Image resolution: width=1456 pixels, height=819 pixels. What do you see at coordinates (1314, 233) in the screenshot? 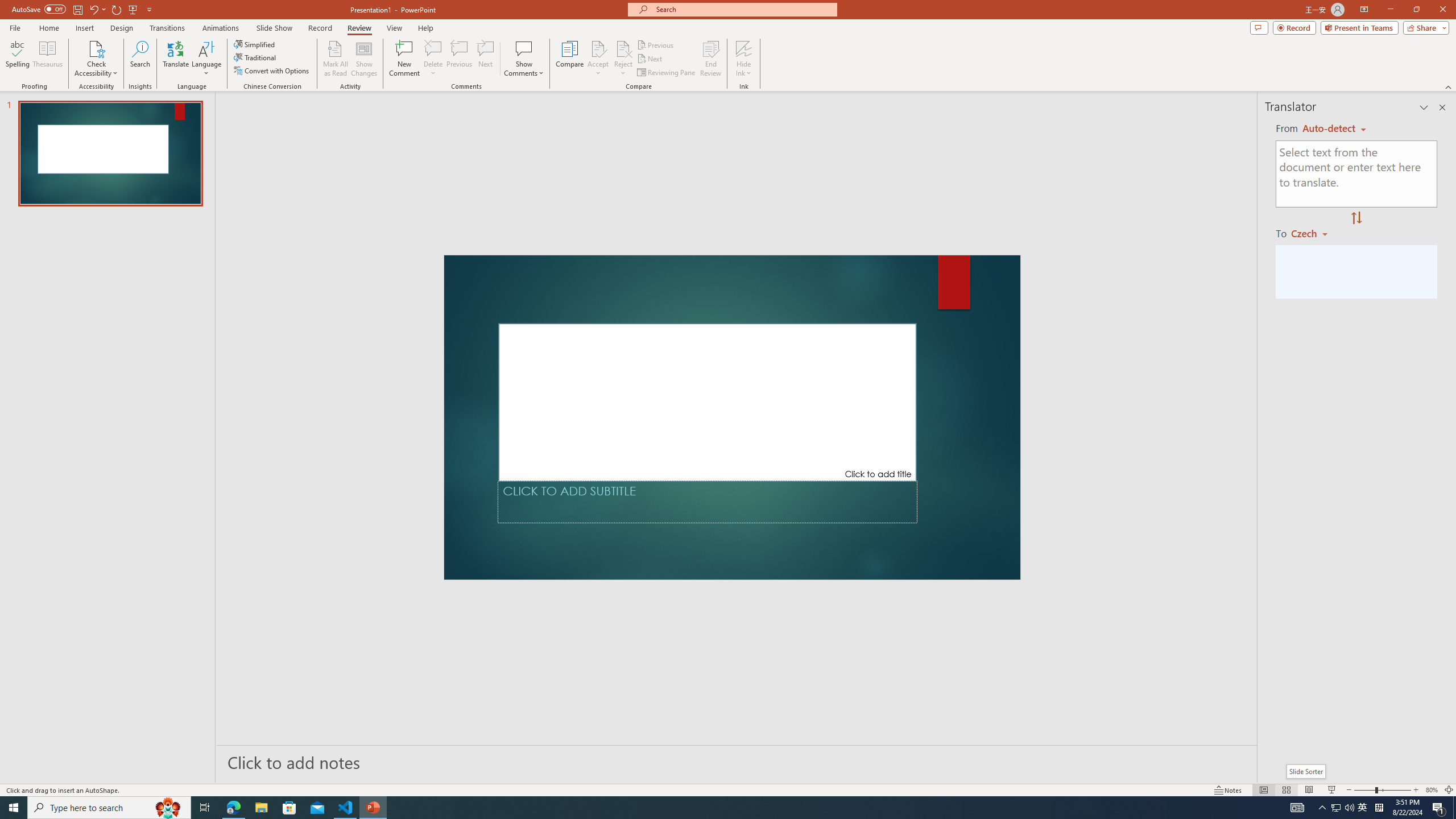
I see `'Czech'` at bounding box center [1314, 233].